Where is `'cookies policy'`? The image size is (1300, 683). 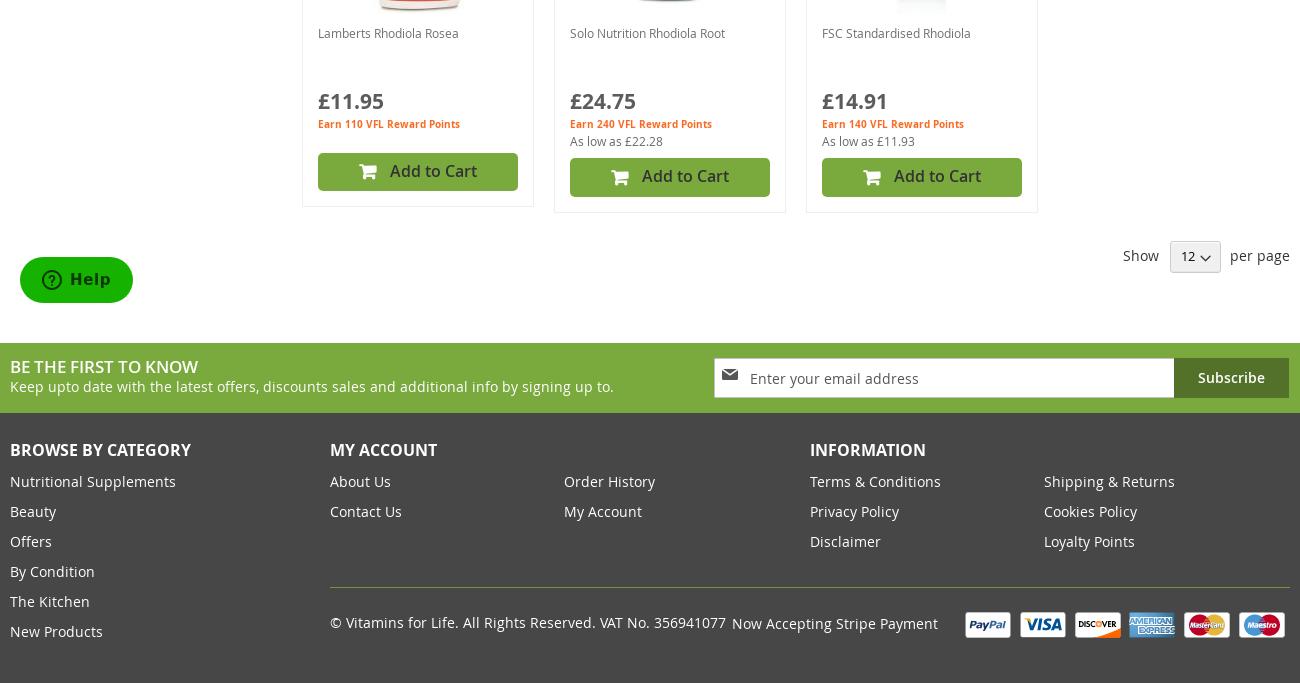
'cookies policy' is located at coordinates (1089, 509).